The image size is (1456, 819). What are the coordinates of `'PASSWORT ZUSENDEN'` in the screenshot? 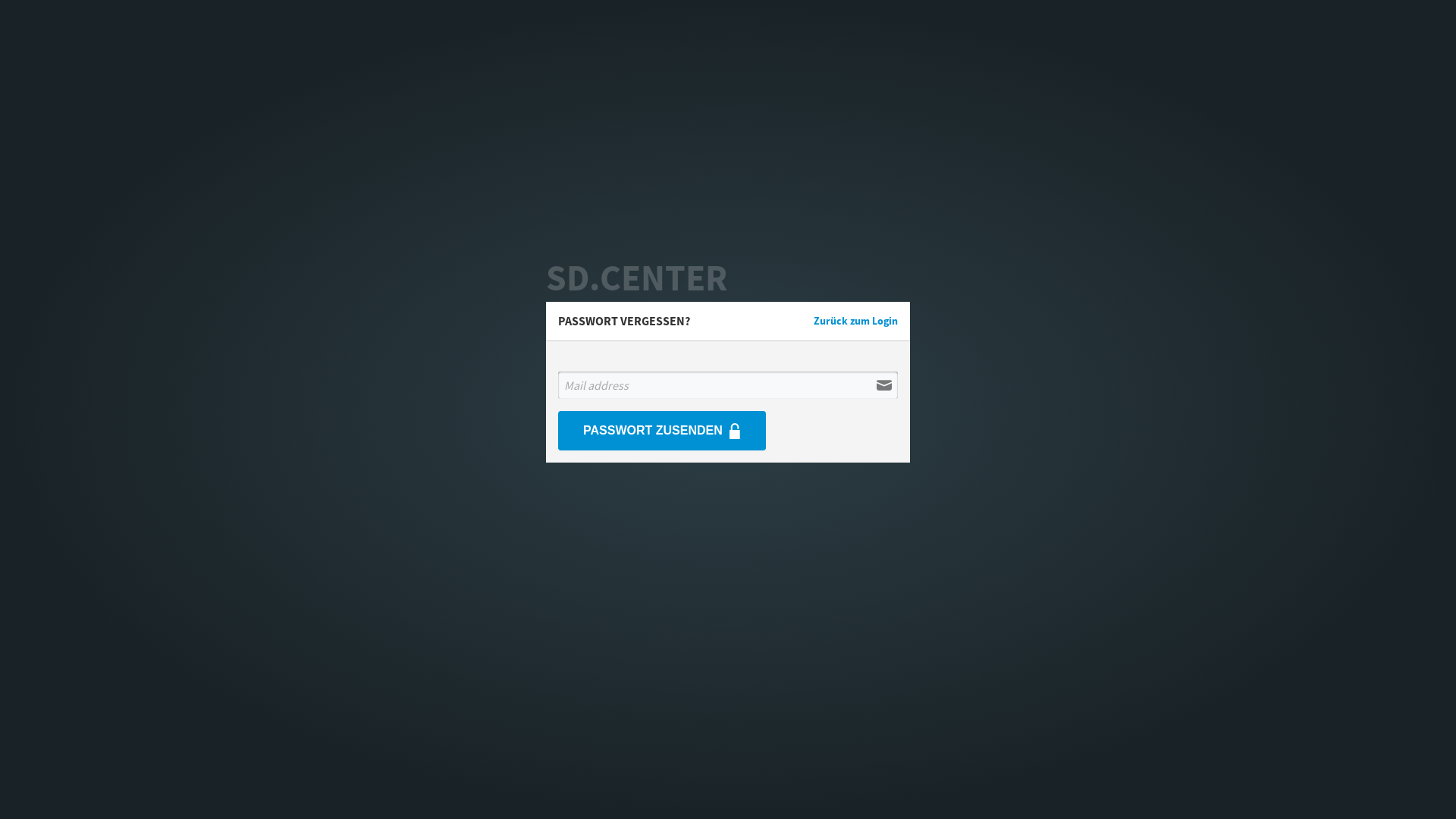 It's located at (662, 430).